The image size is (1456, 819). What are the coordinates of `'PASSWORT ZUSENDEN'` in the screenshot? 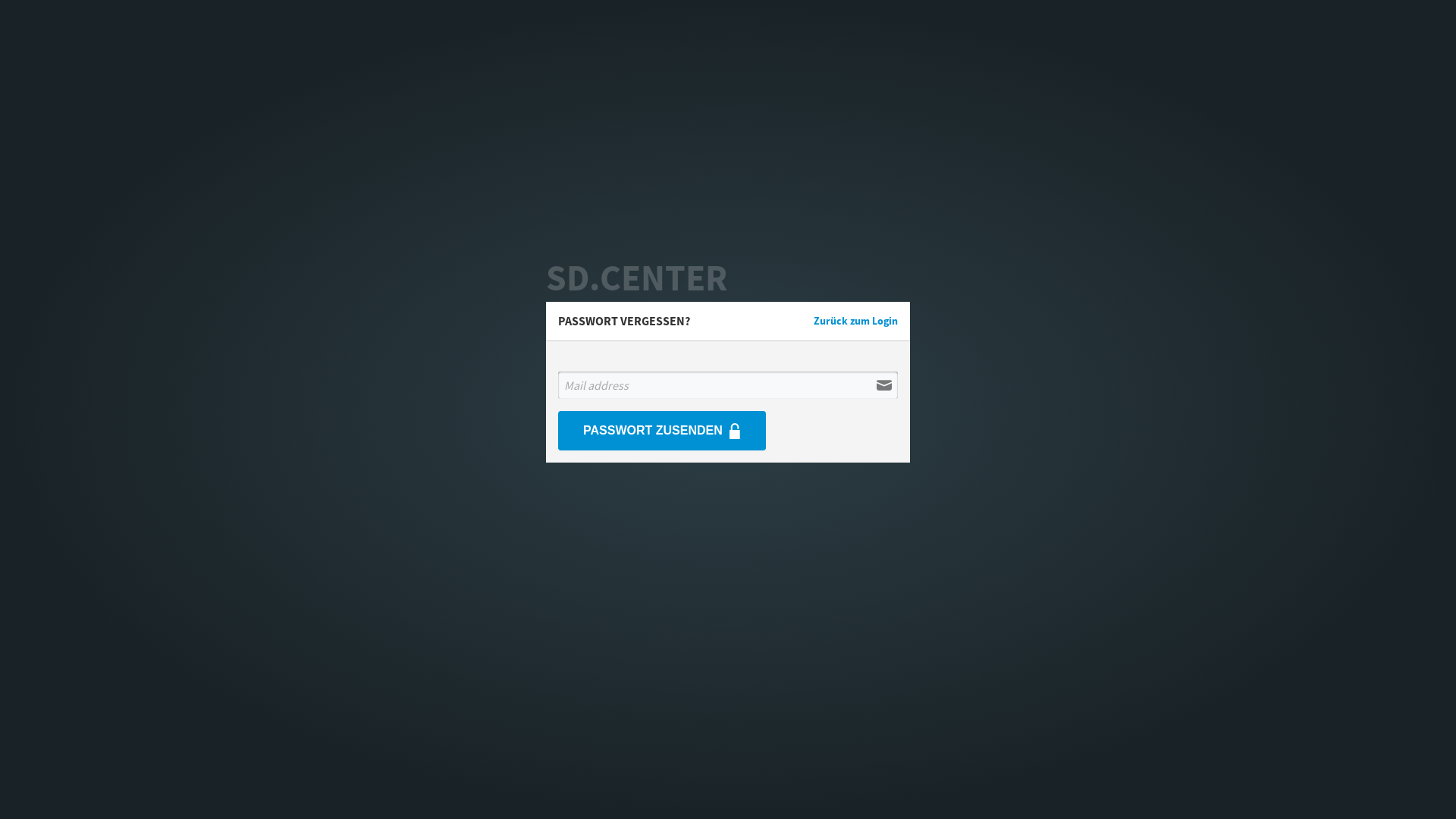 It's located at (662, 430).